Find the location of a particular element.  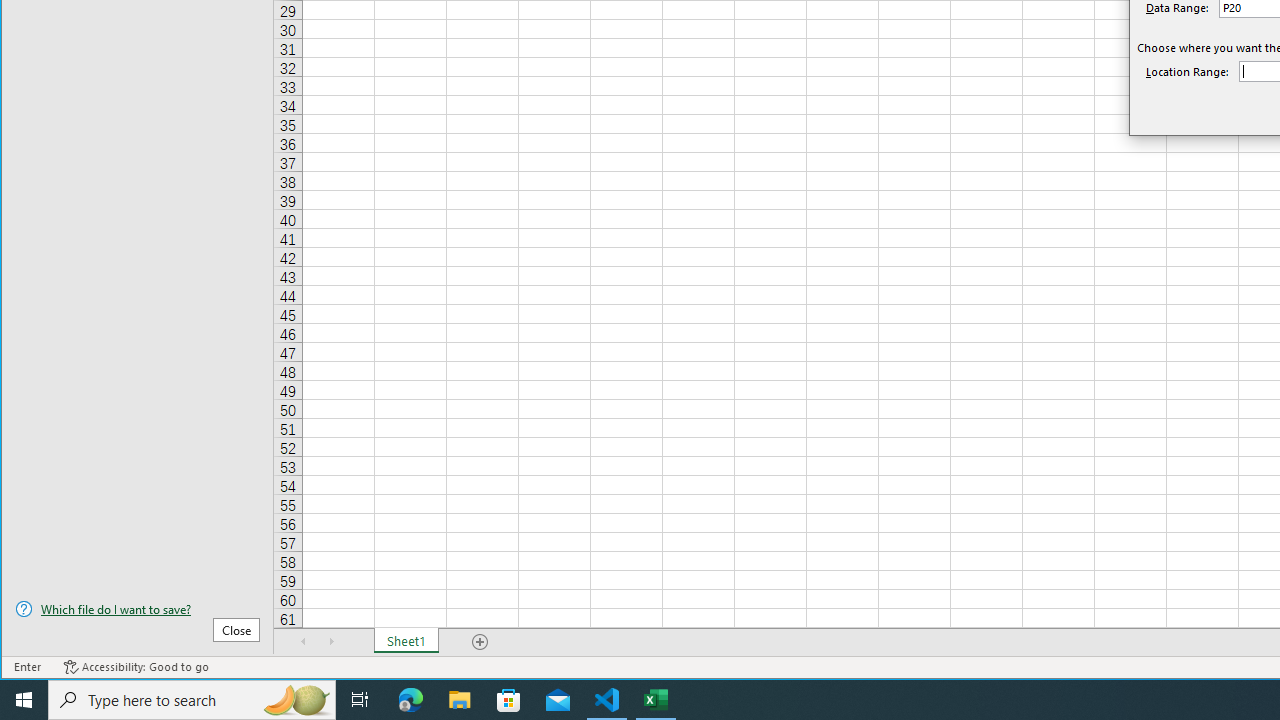

'File Explorer' is located at coordinates (459, 698).